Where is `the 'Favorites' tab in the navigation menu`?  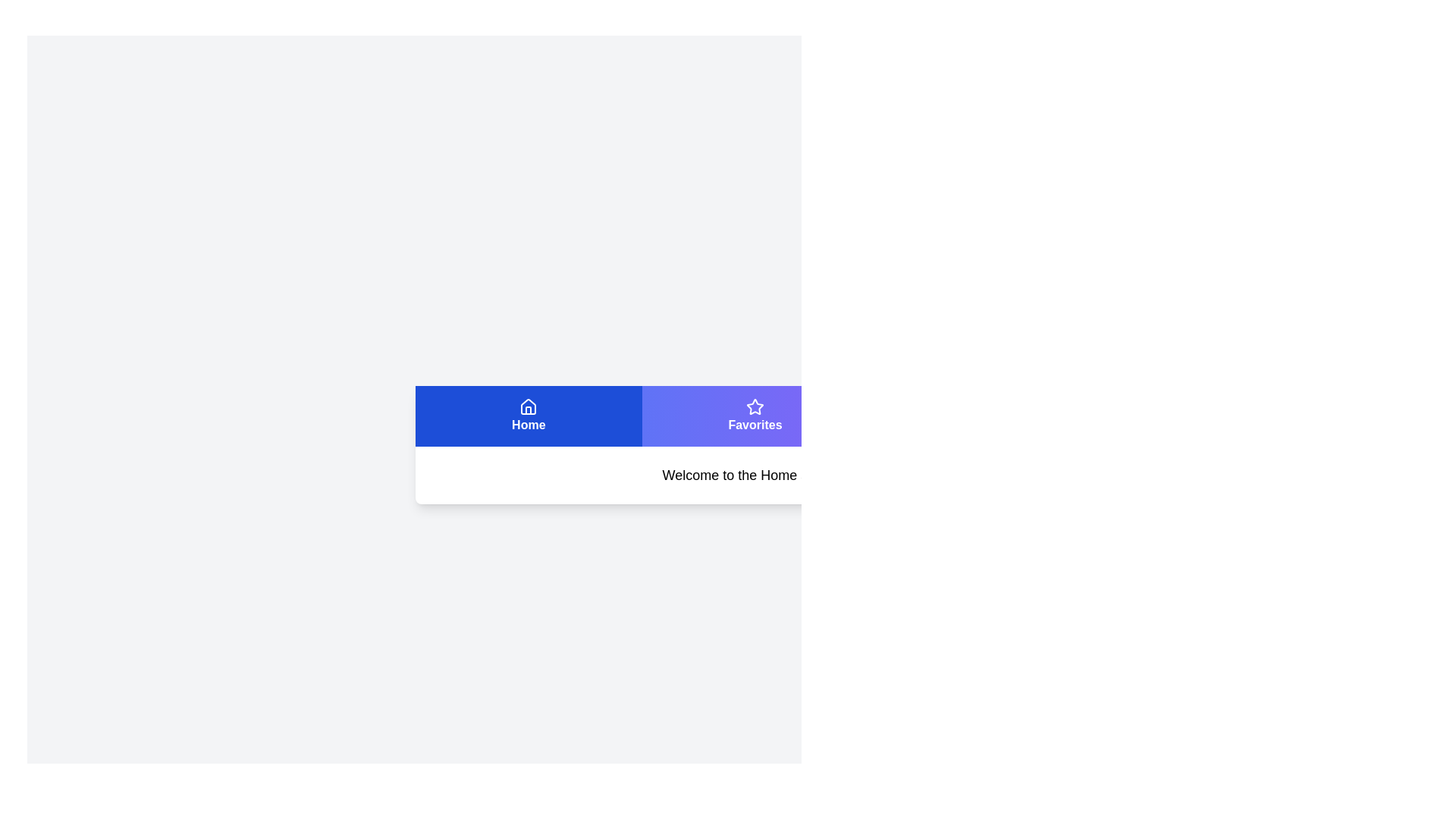
the 'Favorites' tab in the navigation menu is located at coordinates (755, 416).